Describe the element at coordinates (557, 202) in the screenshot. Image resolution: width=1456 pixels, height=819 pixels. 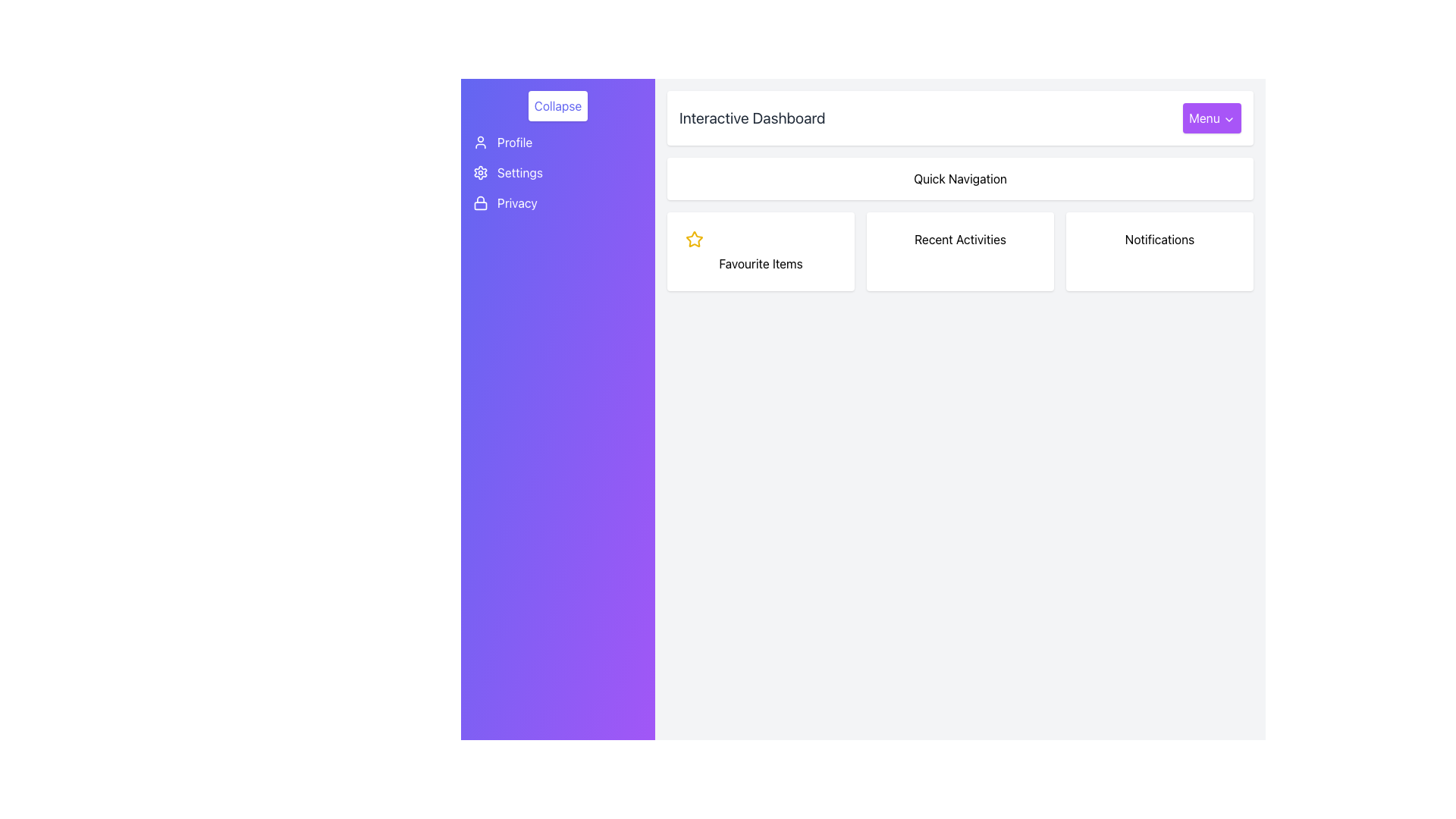
I see `the third navigation item in the sidebar, positioned below 'Settings' and above subsequent items` at that location.